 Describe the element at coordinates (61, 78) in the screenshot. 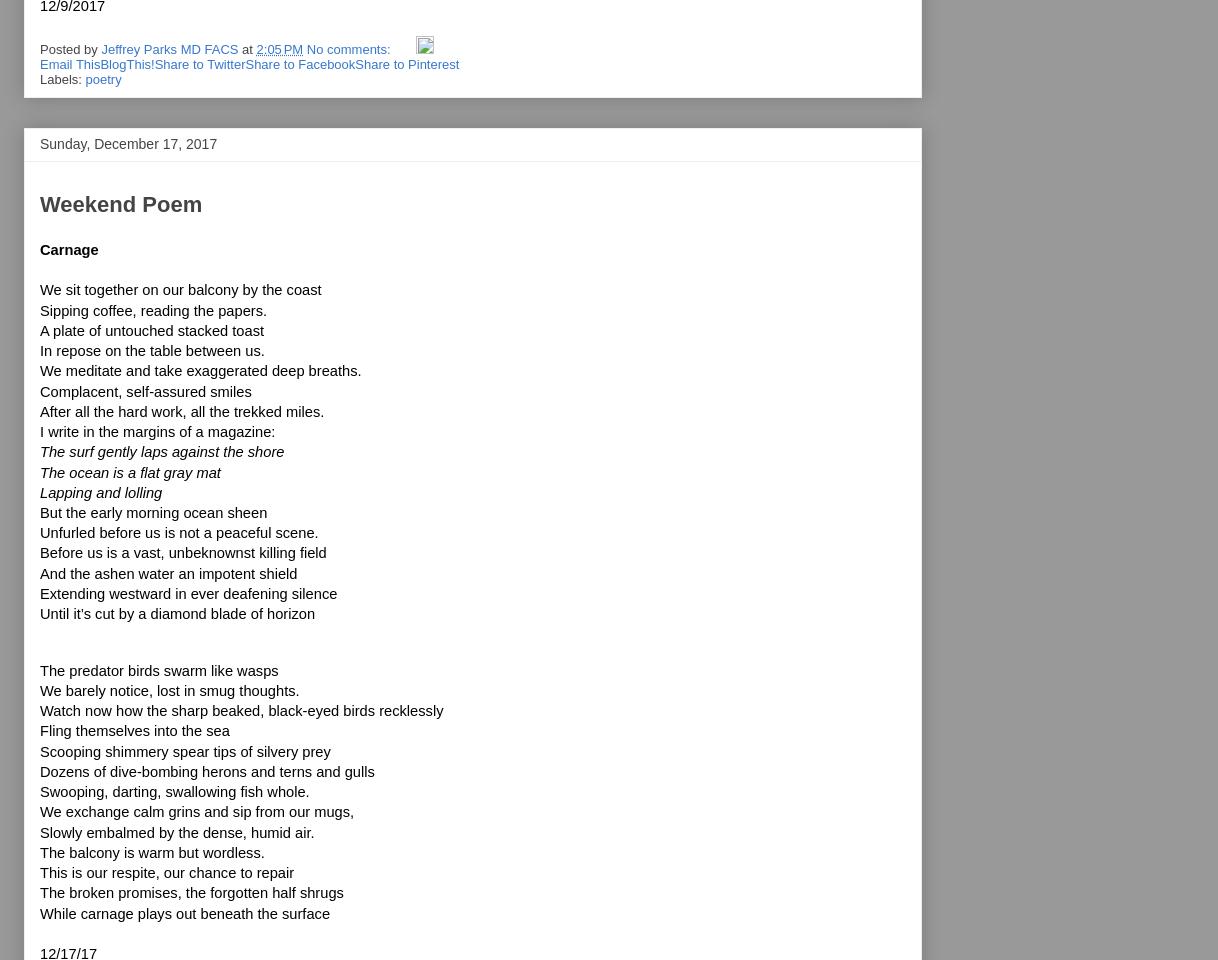

I see `'Labels:'` at that location.